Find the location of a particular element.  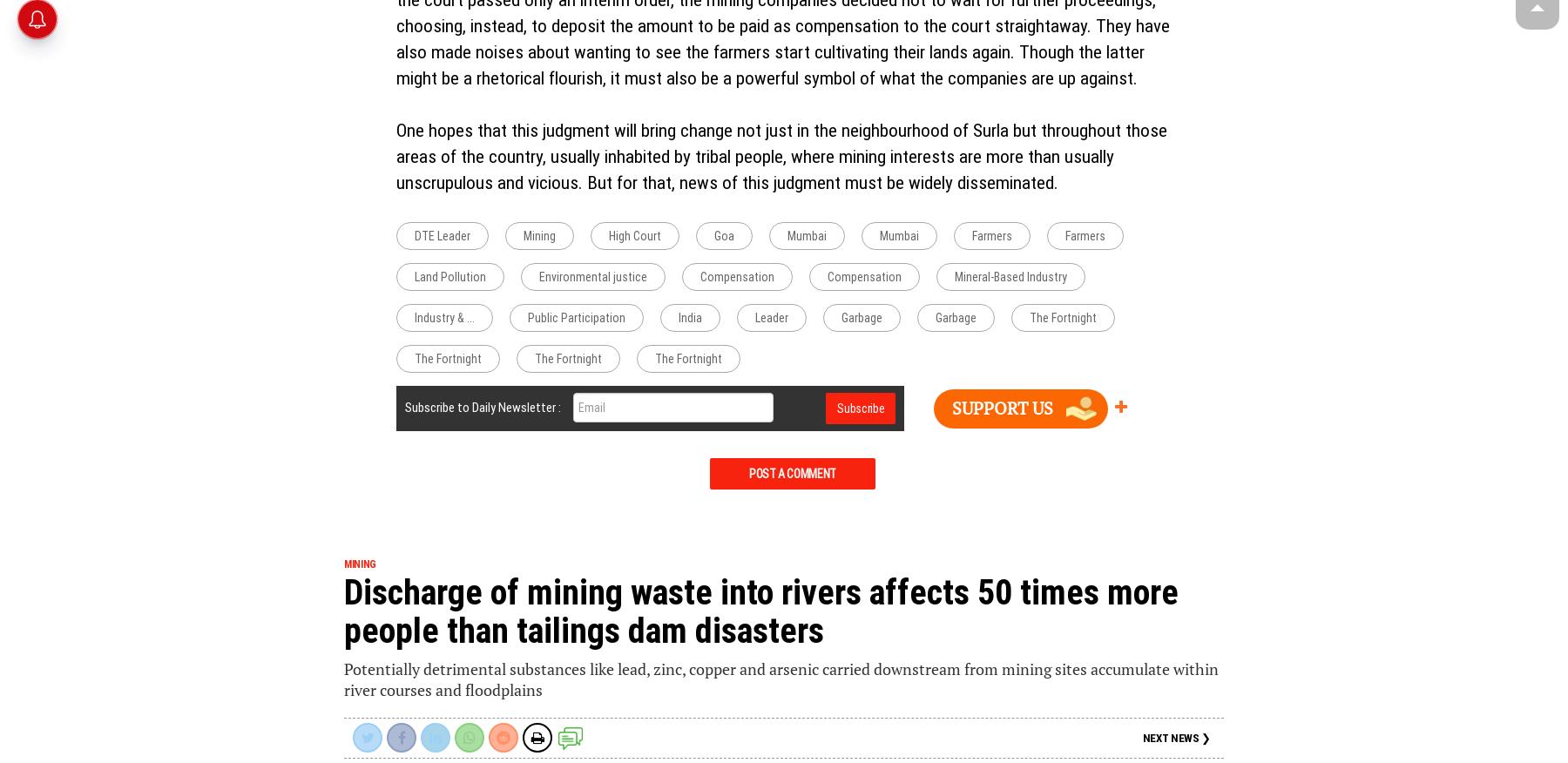

'Leader' is located at coordinates (771, 317).